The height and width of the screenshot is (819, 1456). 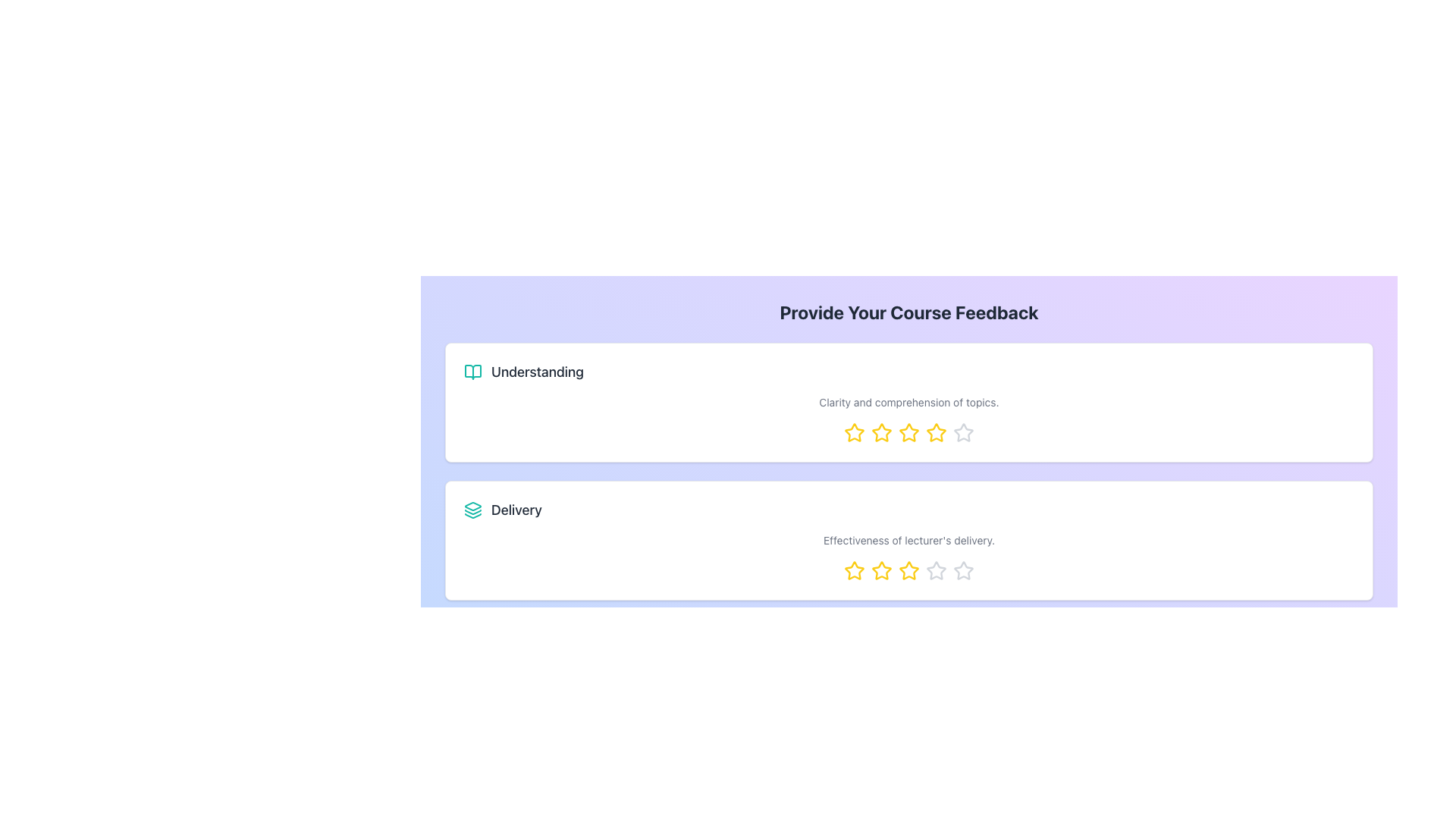 What do you see at coordinates (909, 432) in the screenshot?
I see `the third star in the 5-star rating system` at bounding box center [909, 432].